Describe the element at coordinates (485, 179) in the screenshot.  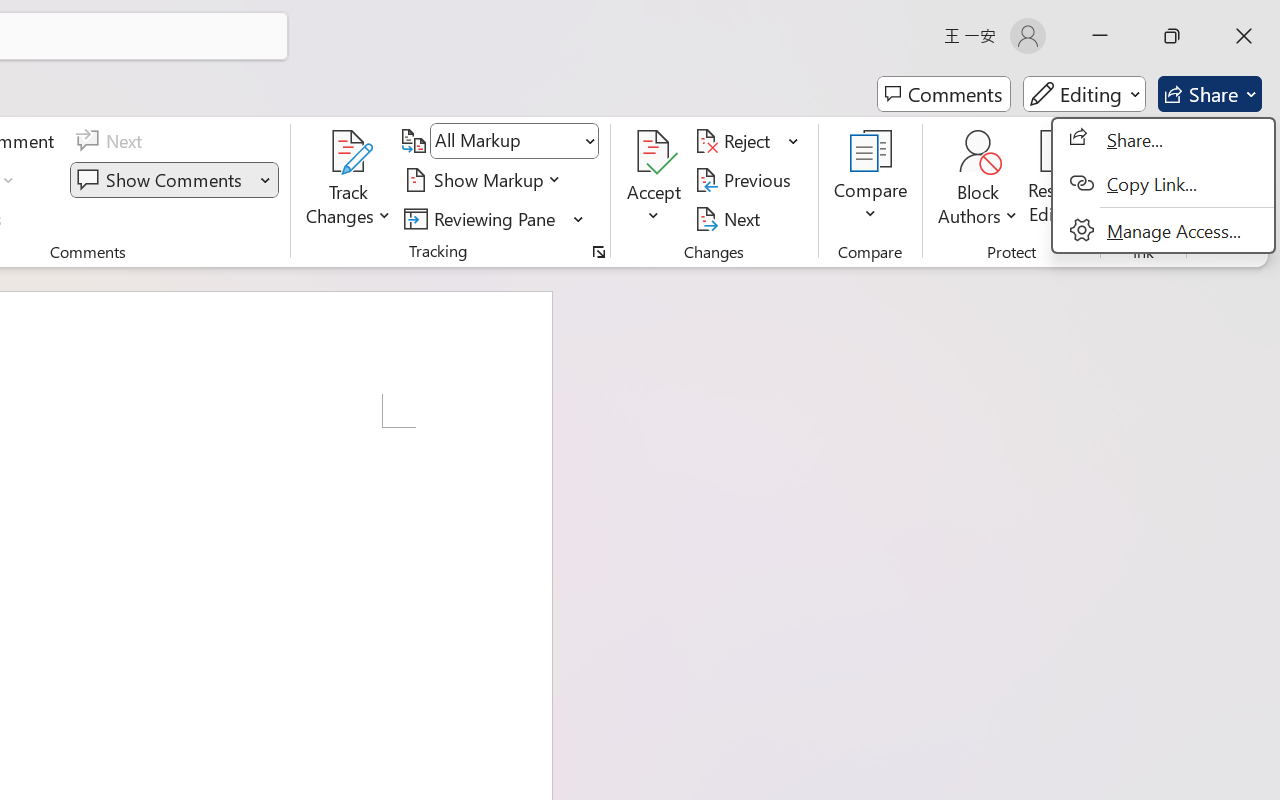
I see `'Show Markup'` at that location.